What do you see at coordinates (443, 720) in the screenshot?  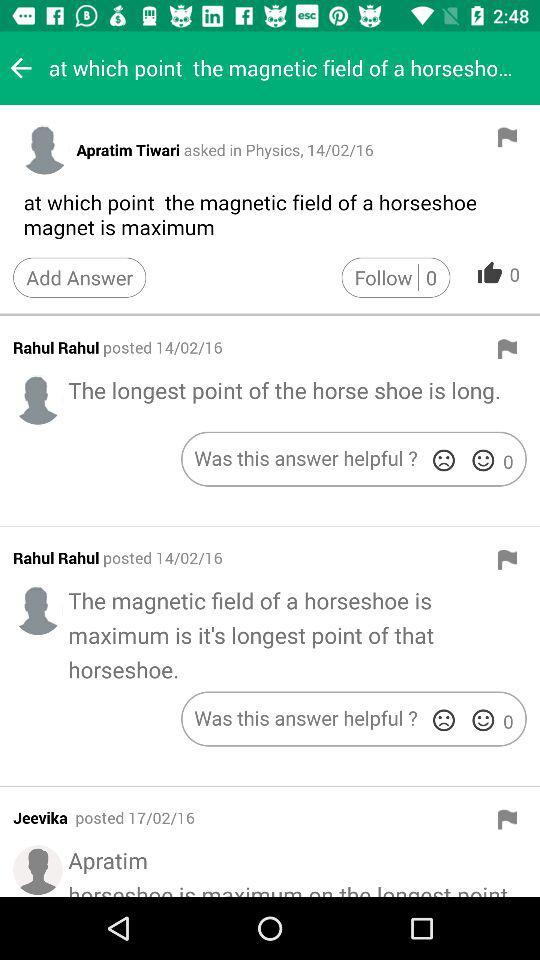 I see `express dissatisfaction with answer` at bounding box center [443, 720].